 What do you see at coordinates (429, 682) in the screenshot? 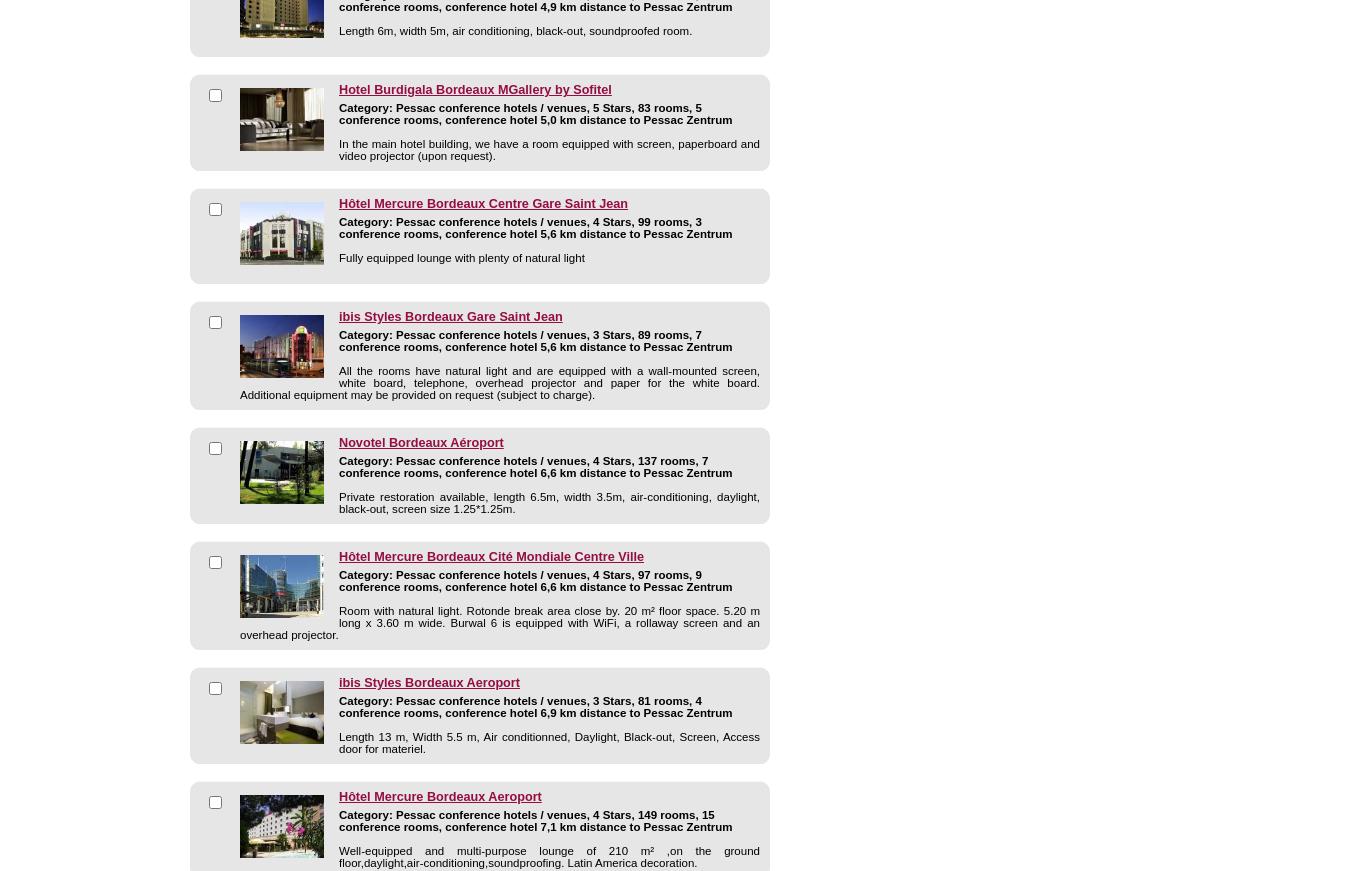
I see `'ibis Styles Bordeaux Aeroport'` at bounding box center [429, 682].